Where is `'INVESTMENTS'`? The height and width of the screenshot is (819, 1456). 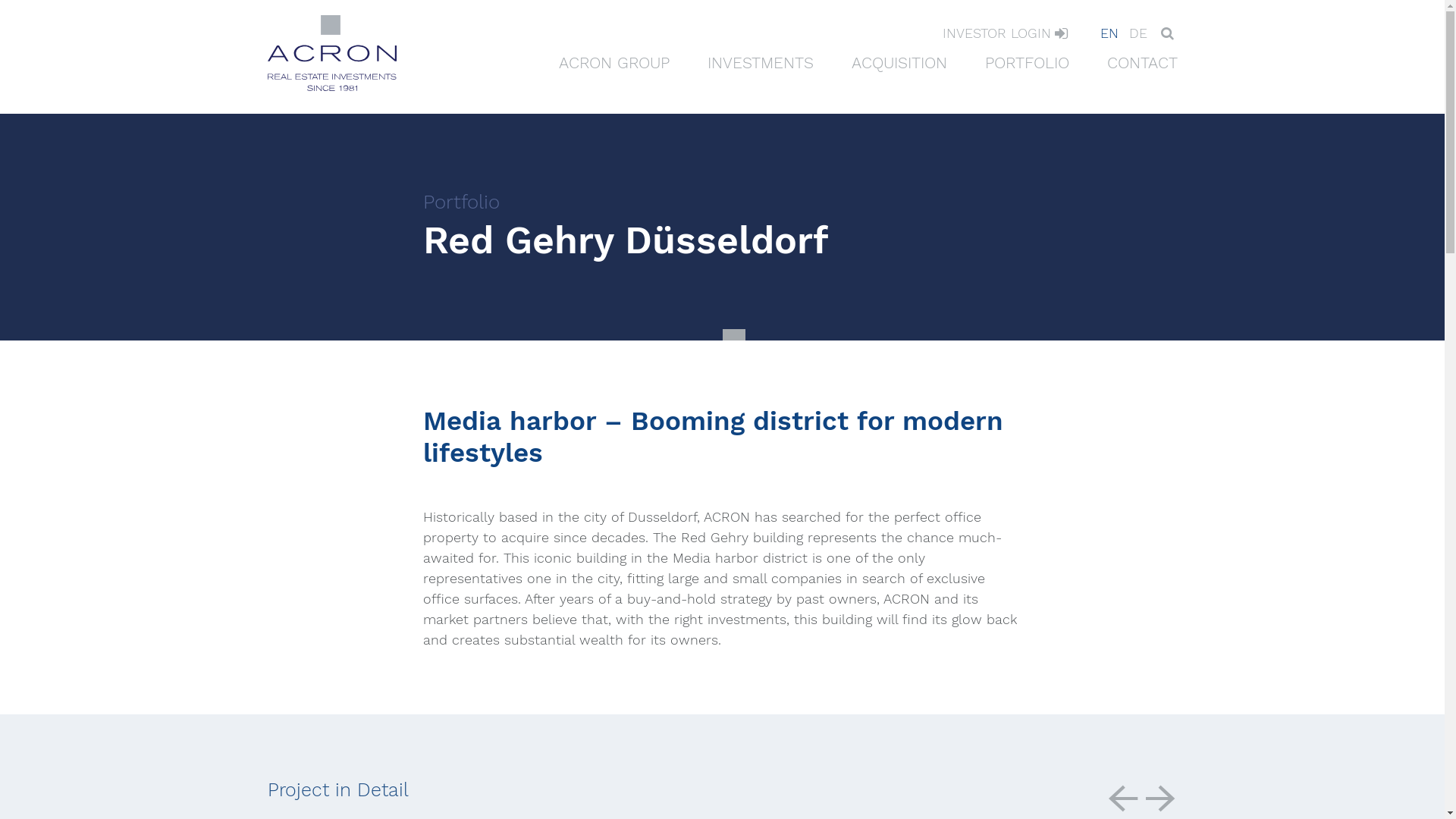 'INVESTMENTS' is located at coordinates (760, 61).